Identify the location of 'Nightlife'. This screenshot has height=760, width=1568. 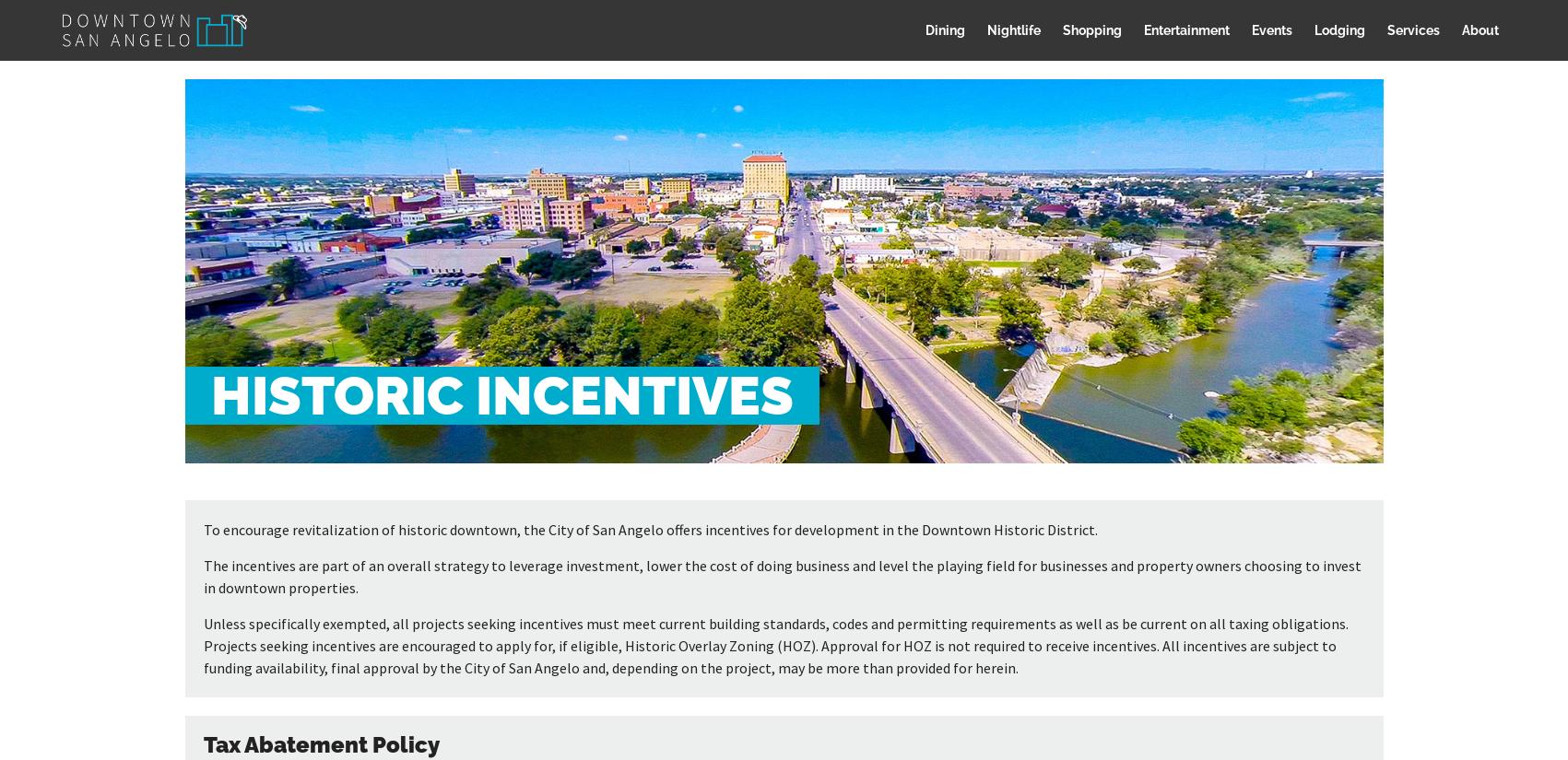
(1012, 29).